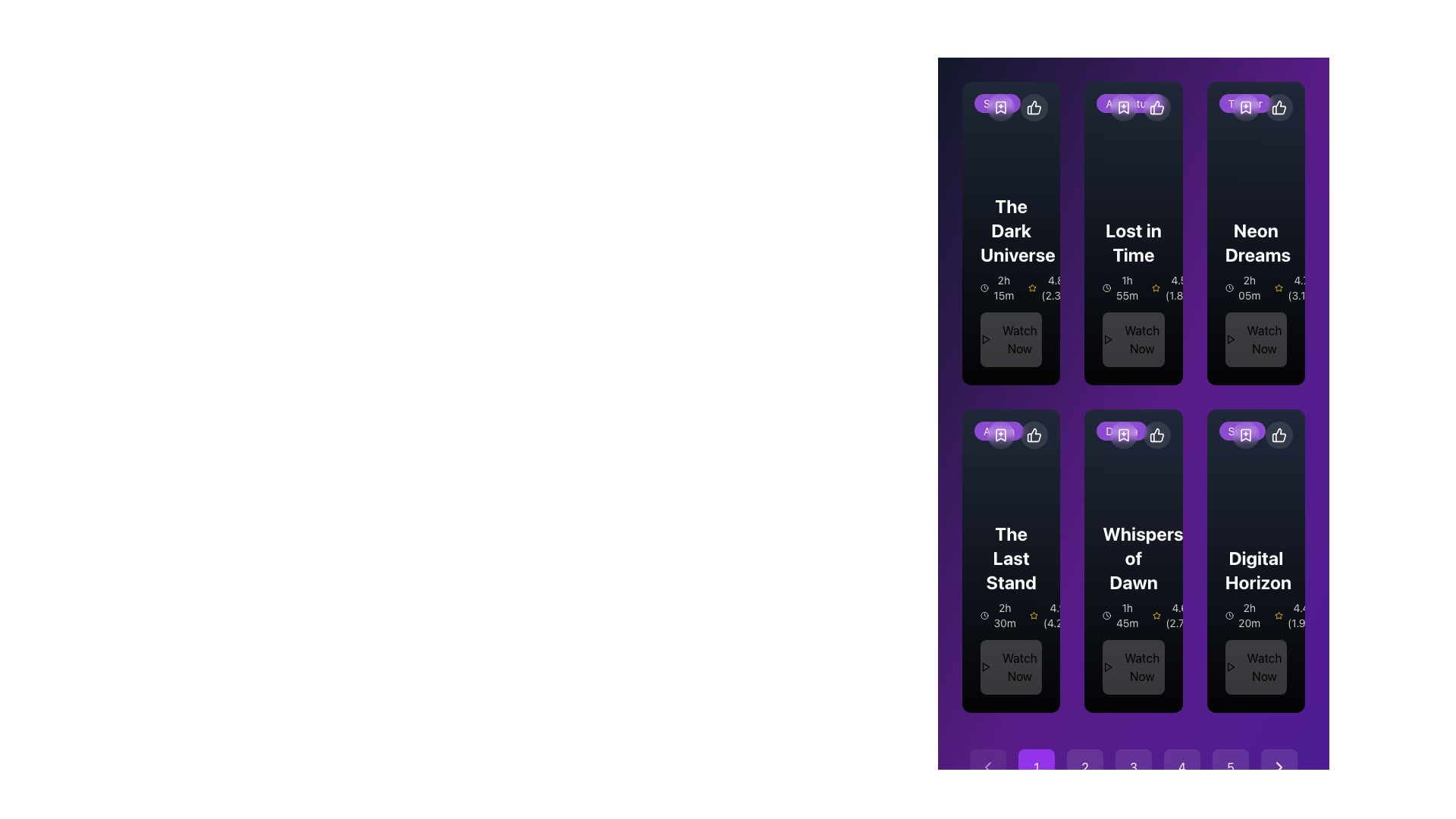 The width and height of the screenshot is (1456, 819). Describe the element at coordinates (1245, 107) in the screenshot. I see `the button with an icon to bookmark the movie 'Neon Dreams', located at the top-right of the grid card as the second icon from the right` at that location.